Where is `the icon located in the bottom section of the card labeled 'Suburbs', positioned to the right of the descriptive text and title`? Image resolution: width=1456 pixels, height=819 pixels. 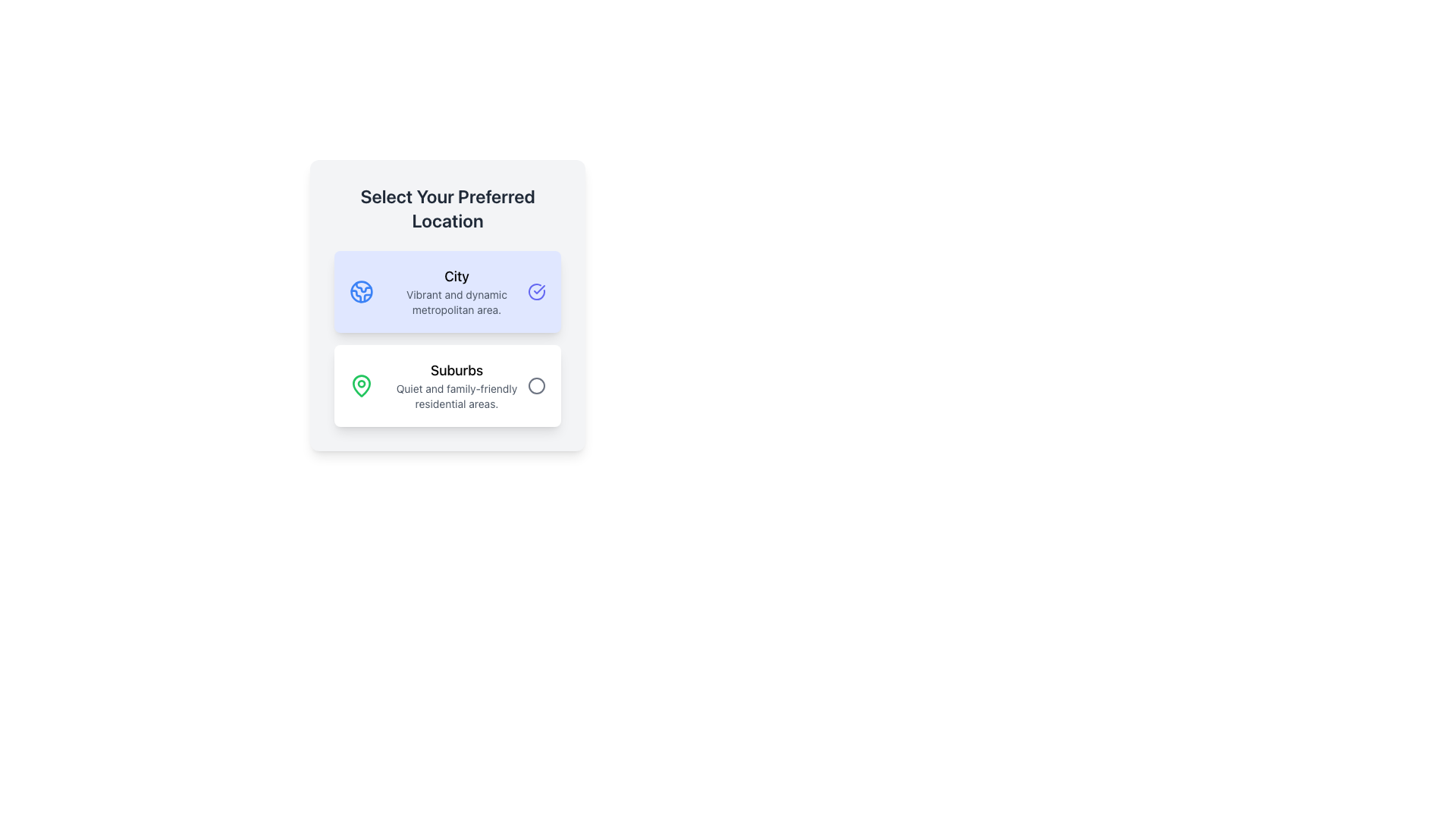
the icon located in the bottom section of the card labeled 'Suburbs', positioned to the right of the descriptive text and title is located at coordinates (537, 385).